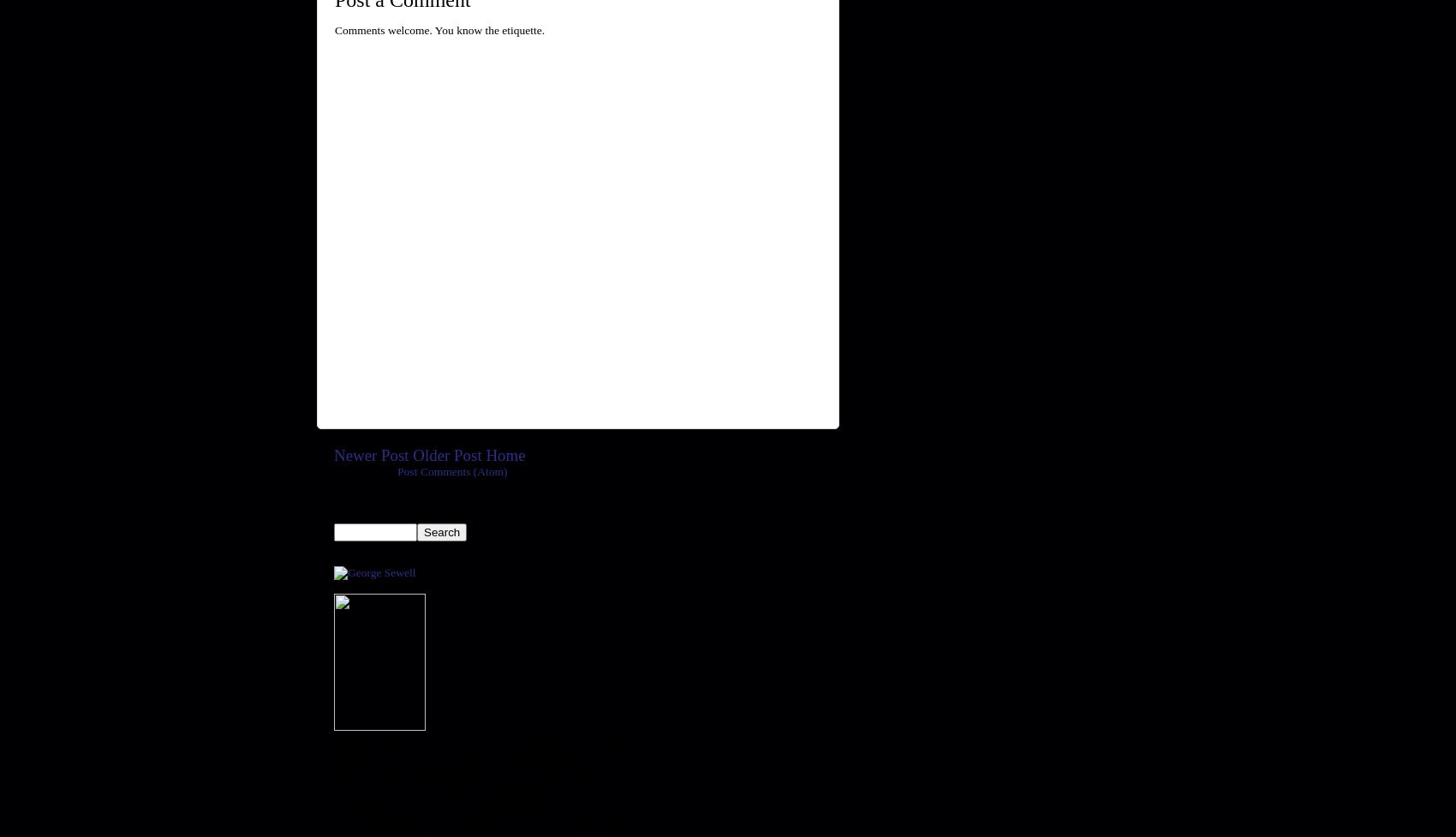 This screenshot has width=1456, height=837. I want to click on 'Comments welcome.  You know the etiquette.', so click(439, 29).